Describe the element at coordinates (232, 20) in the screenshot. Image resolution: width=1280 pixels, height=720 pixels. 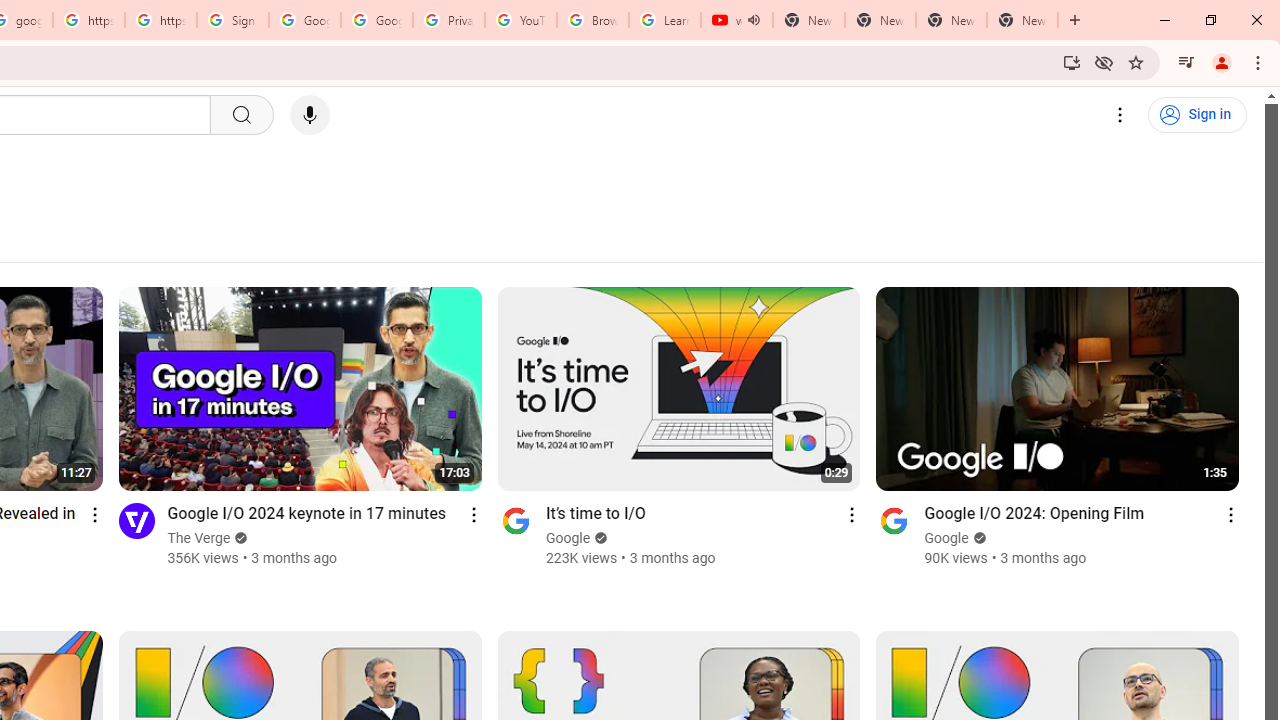
I see `'Sign in - Google Accounts'` at that location.